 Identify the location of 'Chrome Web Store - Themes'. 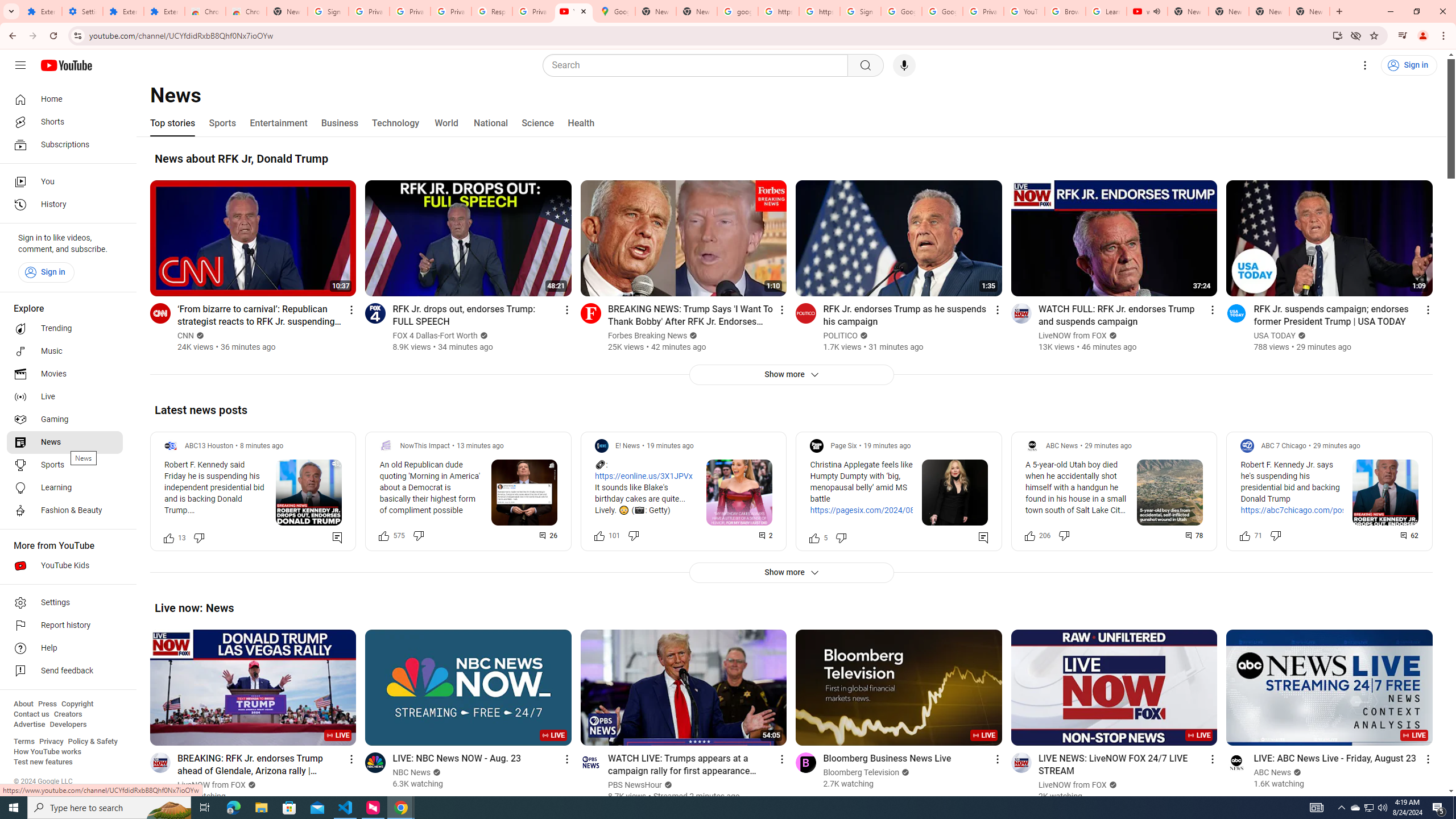
(246, 11).